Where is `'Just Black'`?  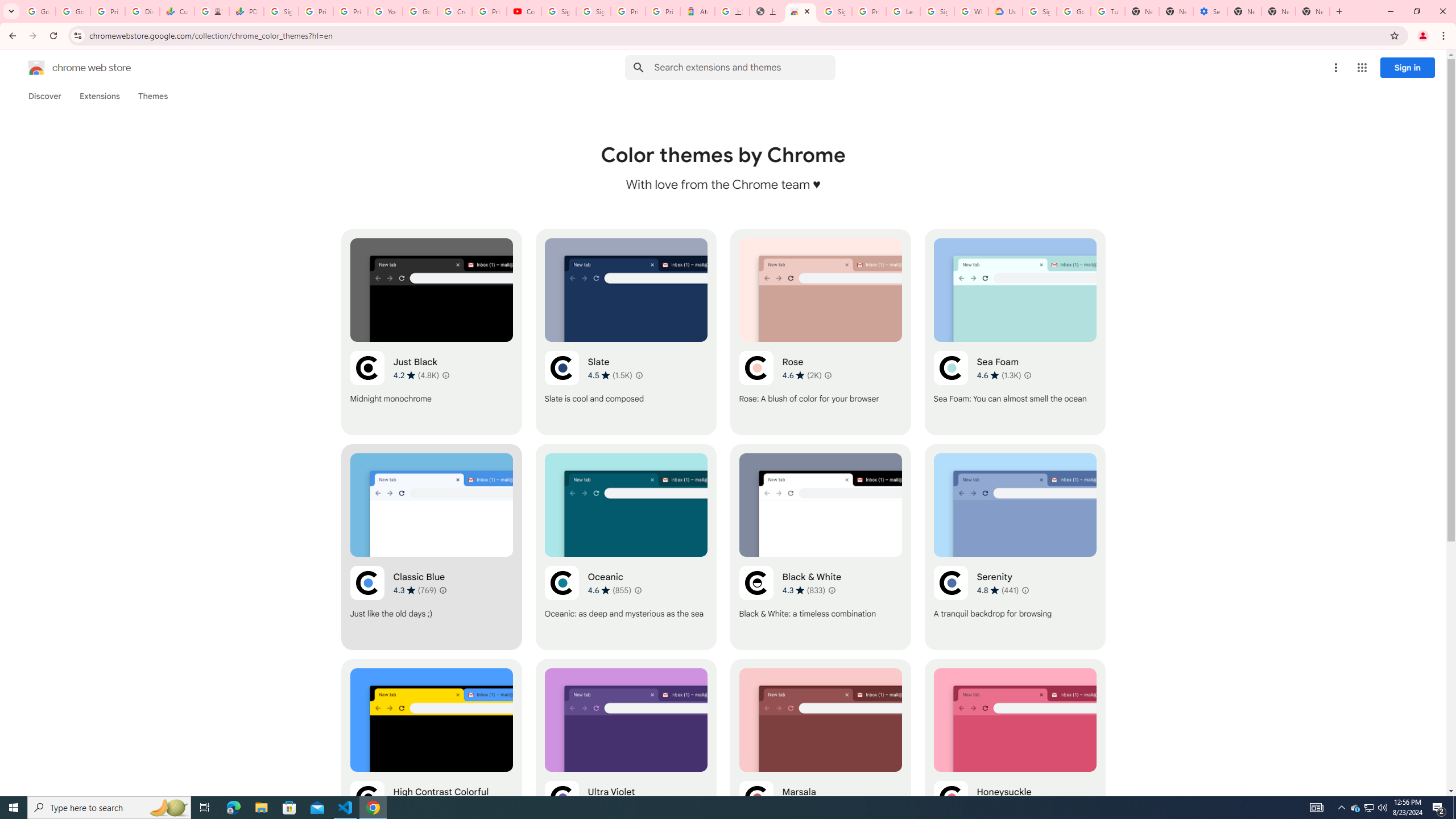 'Just Black' is located at coordinates (431, 331).